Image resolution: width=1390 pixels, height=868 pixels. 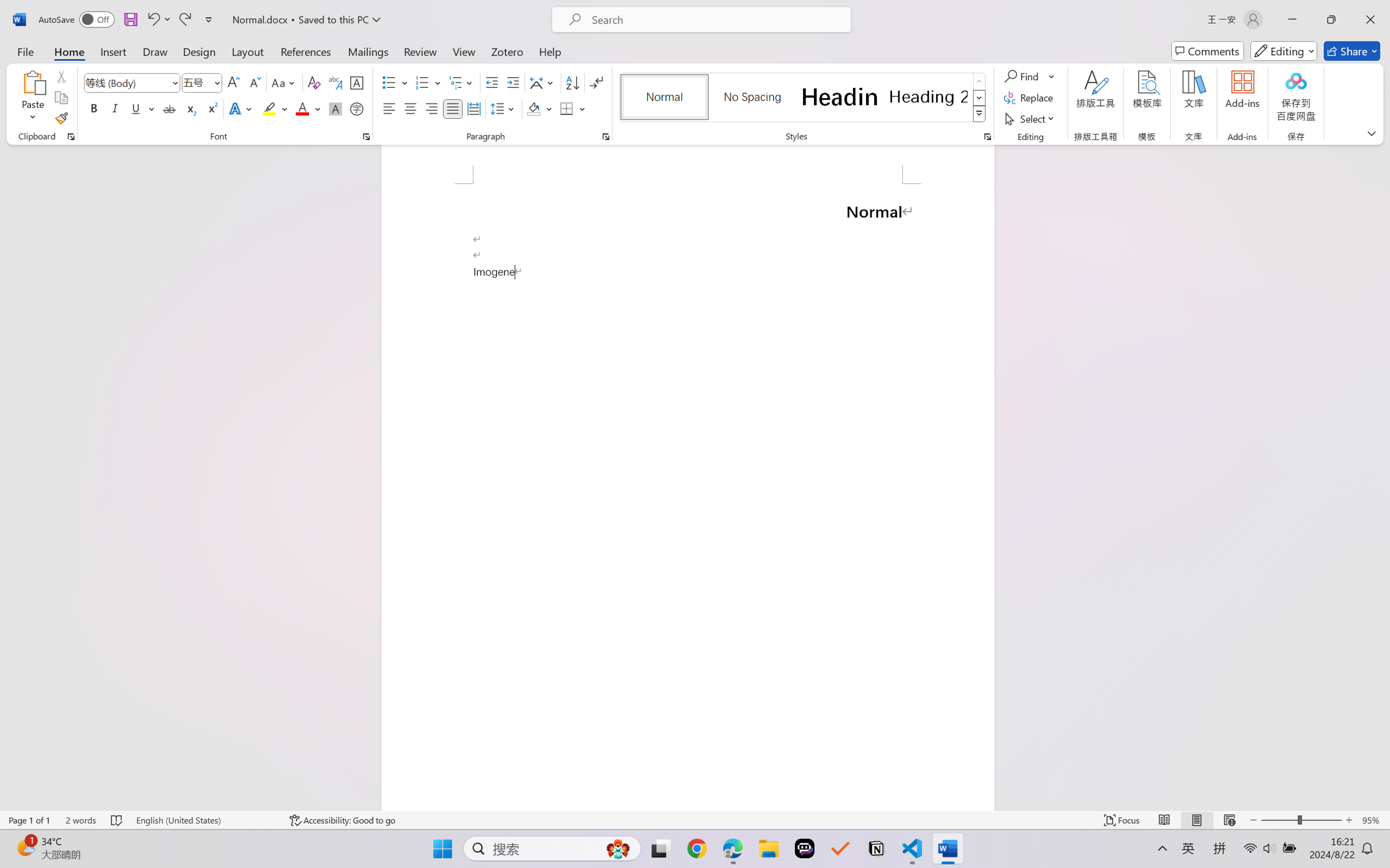 What do you see at coordinates (60, 98) in the screenshot?
I see `'Copy'` at bounding box center [60, 98].